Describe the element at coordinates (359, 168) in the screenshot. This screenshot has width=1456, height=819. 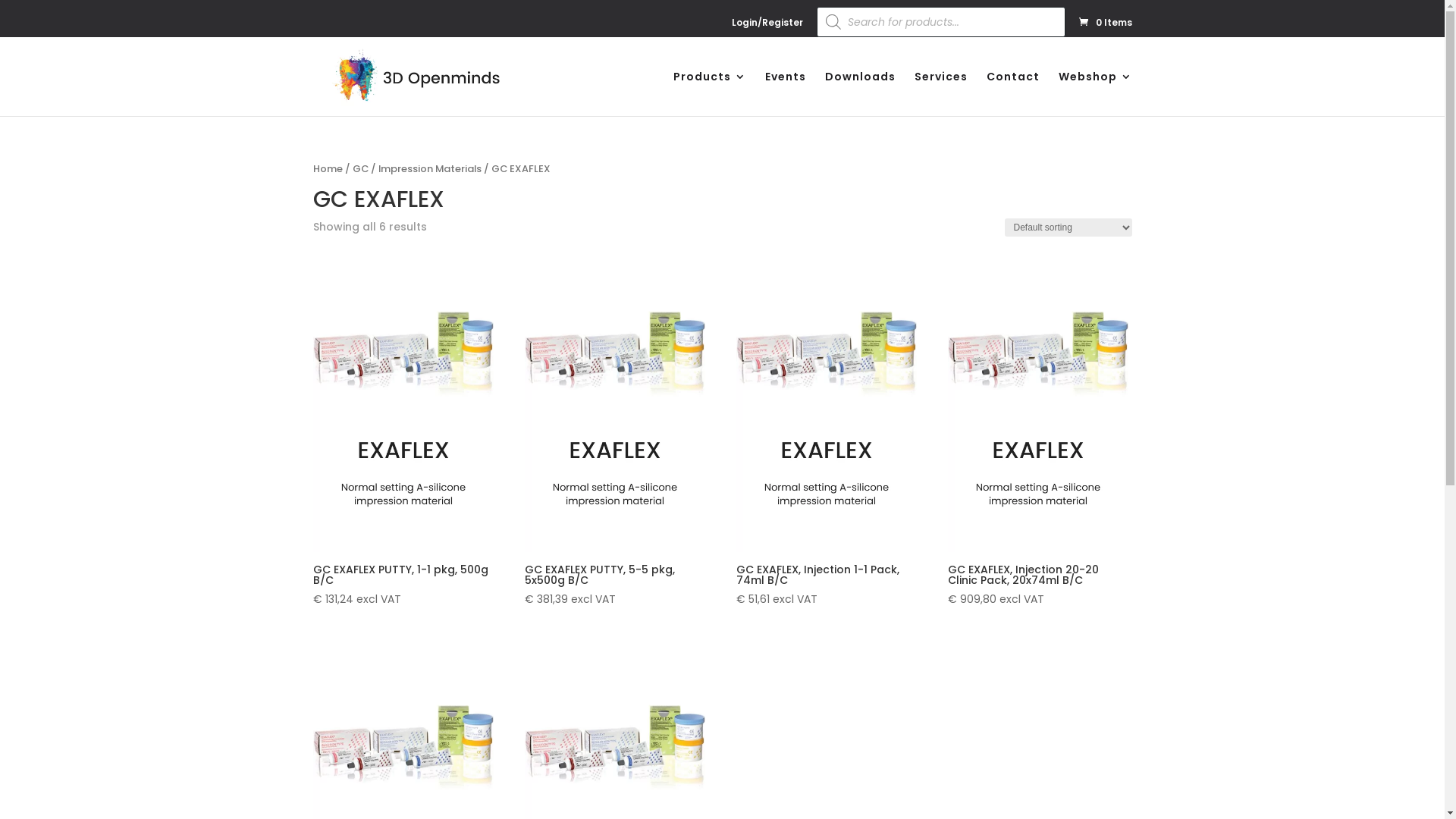
I see `'GC'` at that location.